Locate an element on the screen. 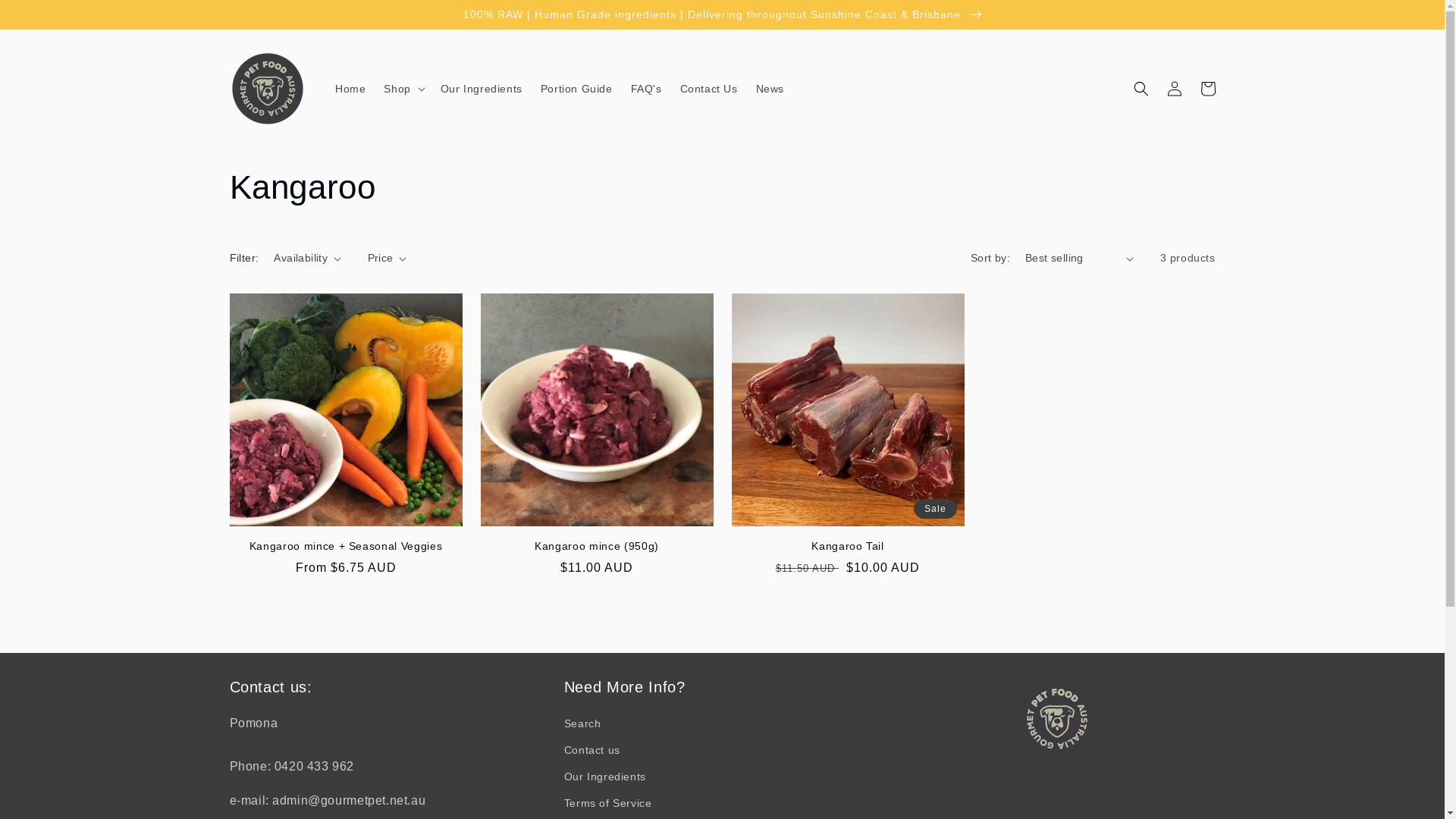  'Our Ingredients' is located at coordinates (604, 777).